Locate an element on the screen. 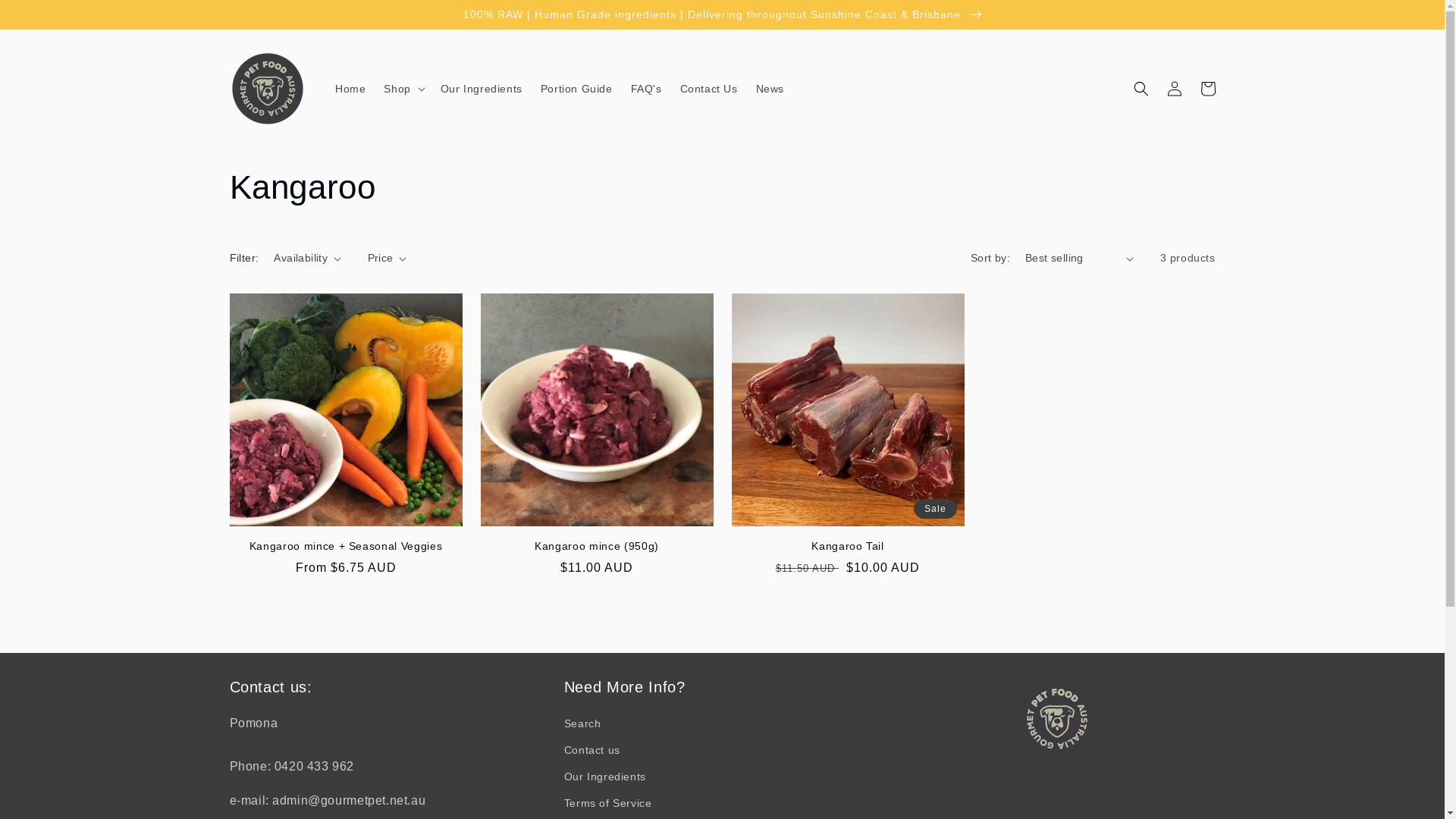  'Our Ingredients' is located at coordinates (604, 777).